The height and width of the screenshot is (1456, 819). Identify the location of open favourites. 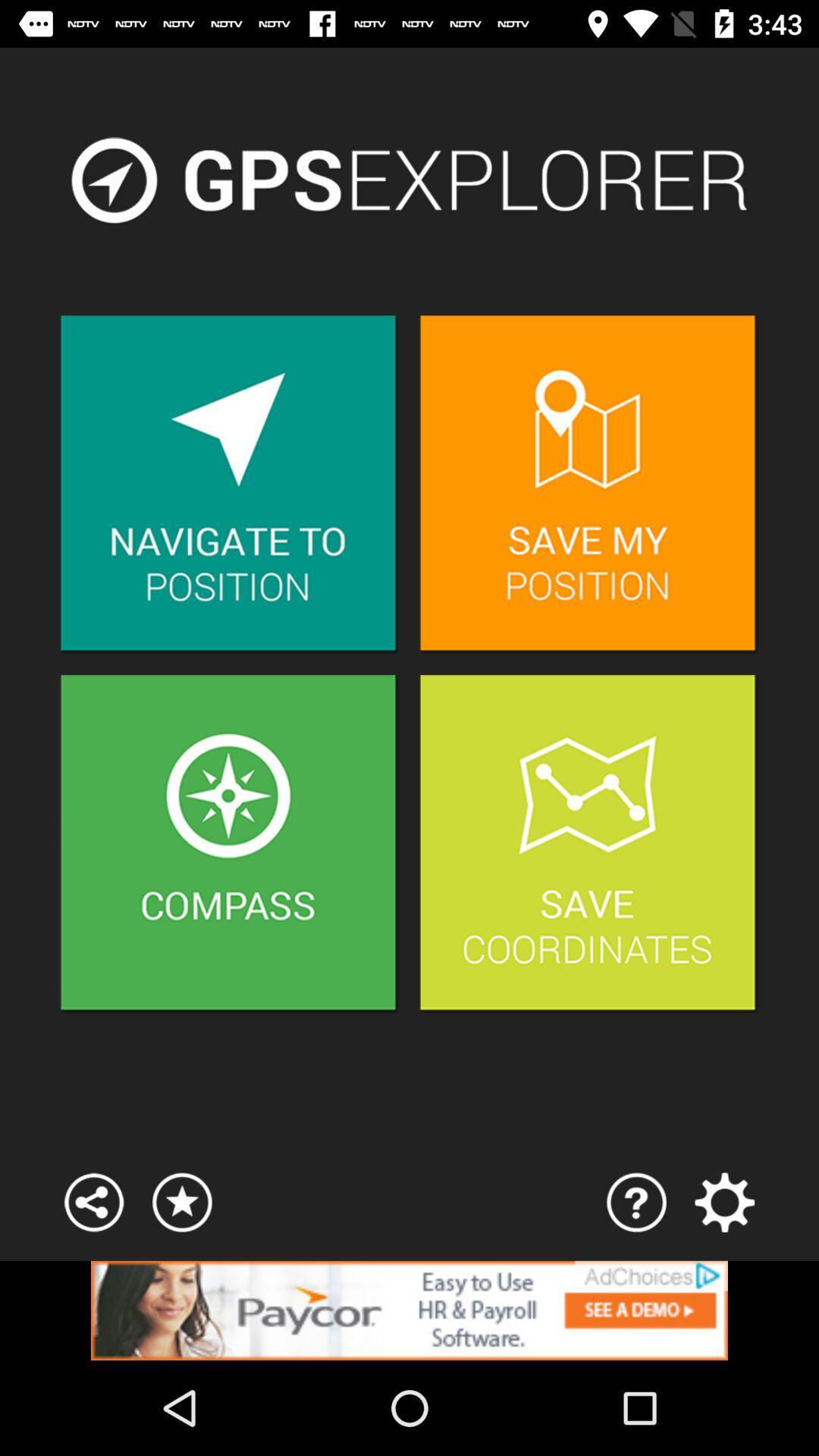
(181, 1201).